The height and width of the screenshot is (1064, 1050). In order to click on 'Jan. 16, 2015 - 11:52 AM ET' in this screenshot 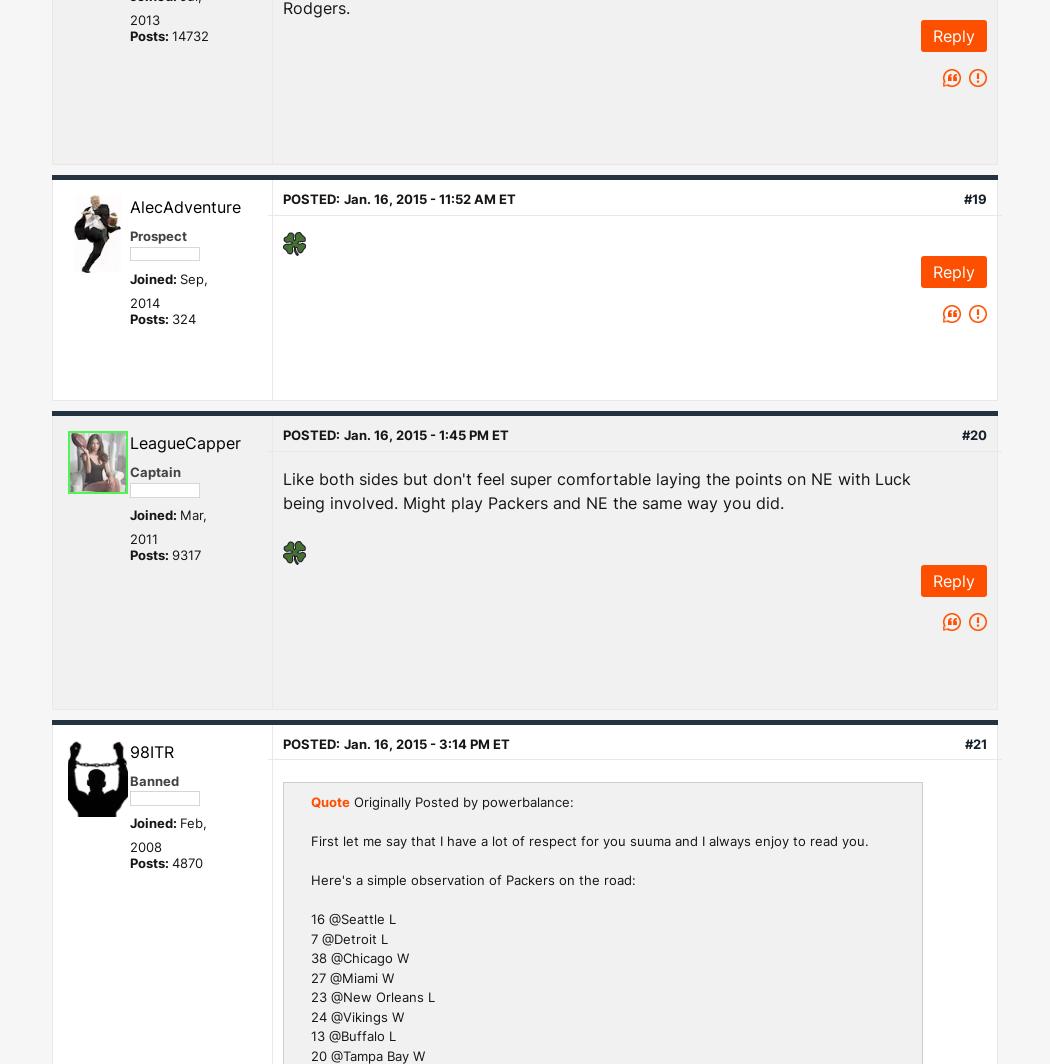, I will do `click(428, 198)`.